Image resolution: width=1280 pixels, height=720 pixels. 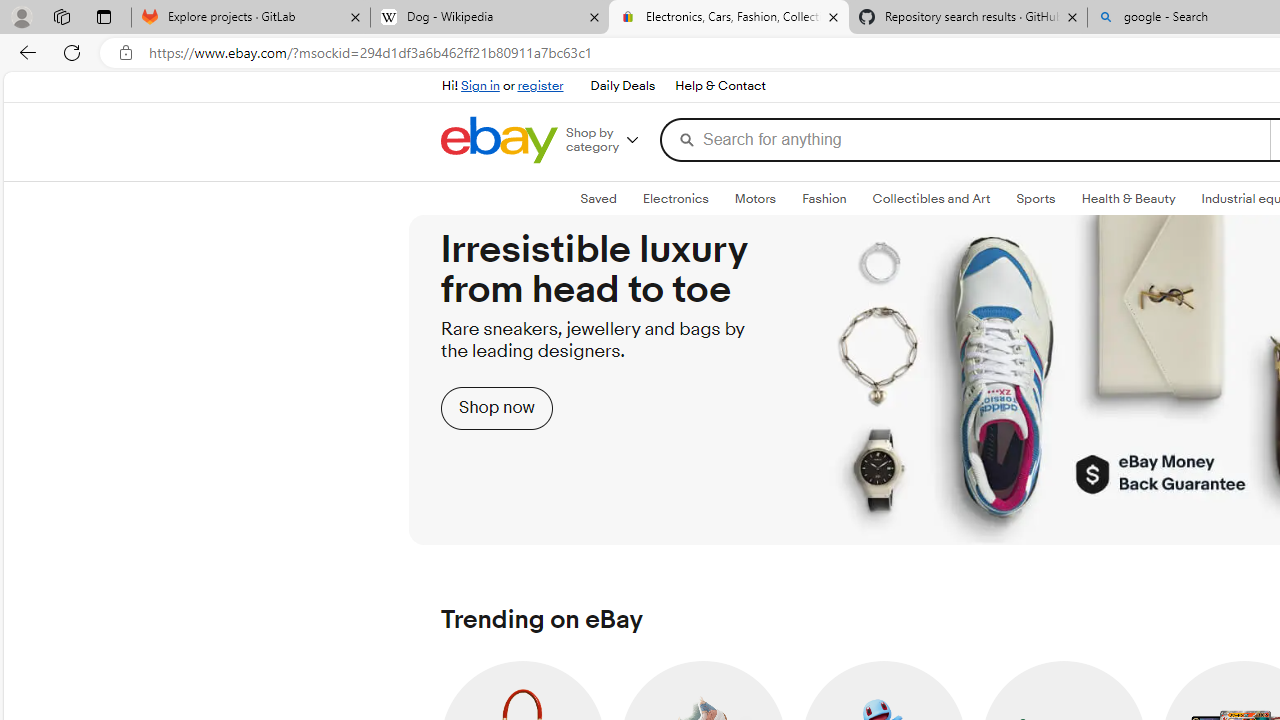 What do you see at coordinates (930, 199) in the screenshot?
I see `'Collectibles and Art'` at bounding box center [930, 199].